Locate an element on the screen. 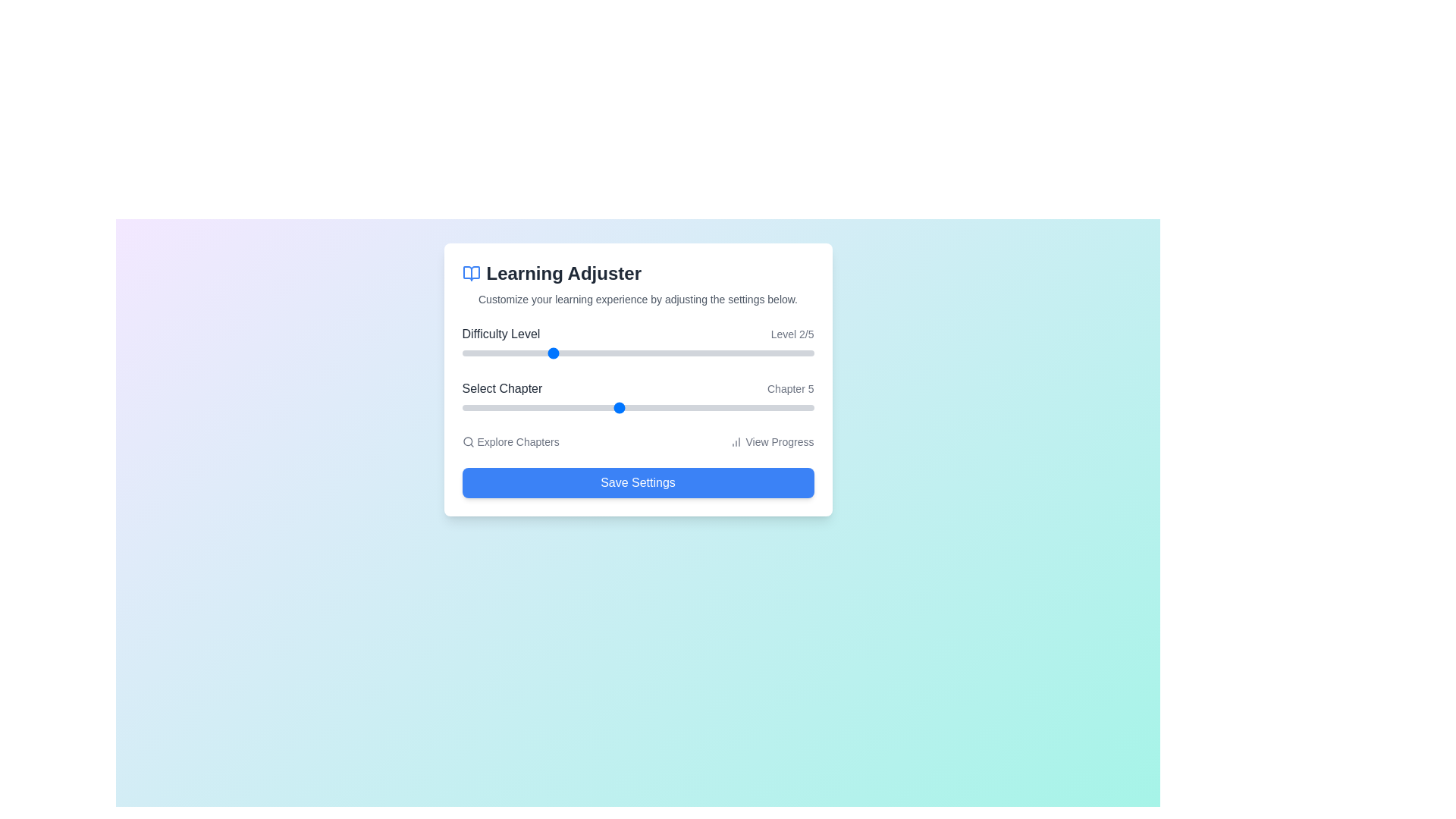  the learning difficulty level is located at coordinates (461, 353).